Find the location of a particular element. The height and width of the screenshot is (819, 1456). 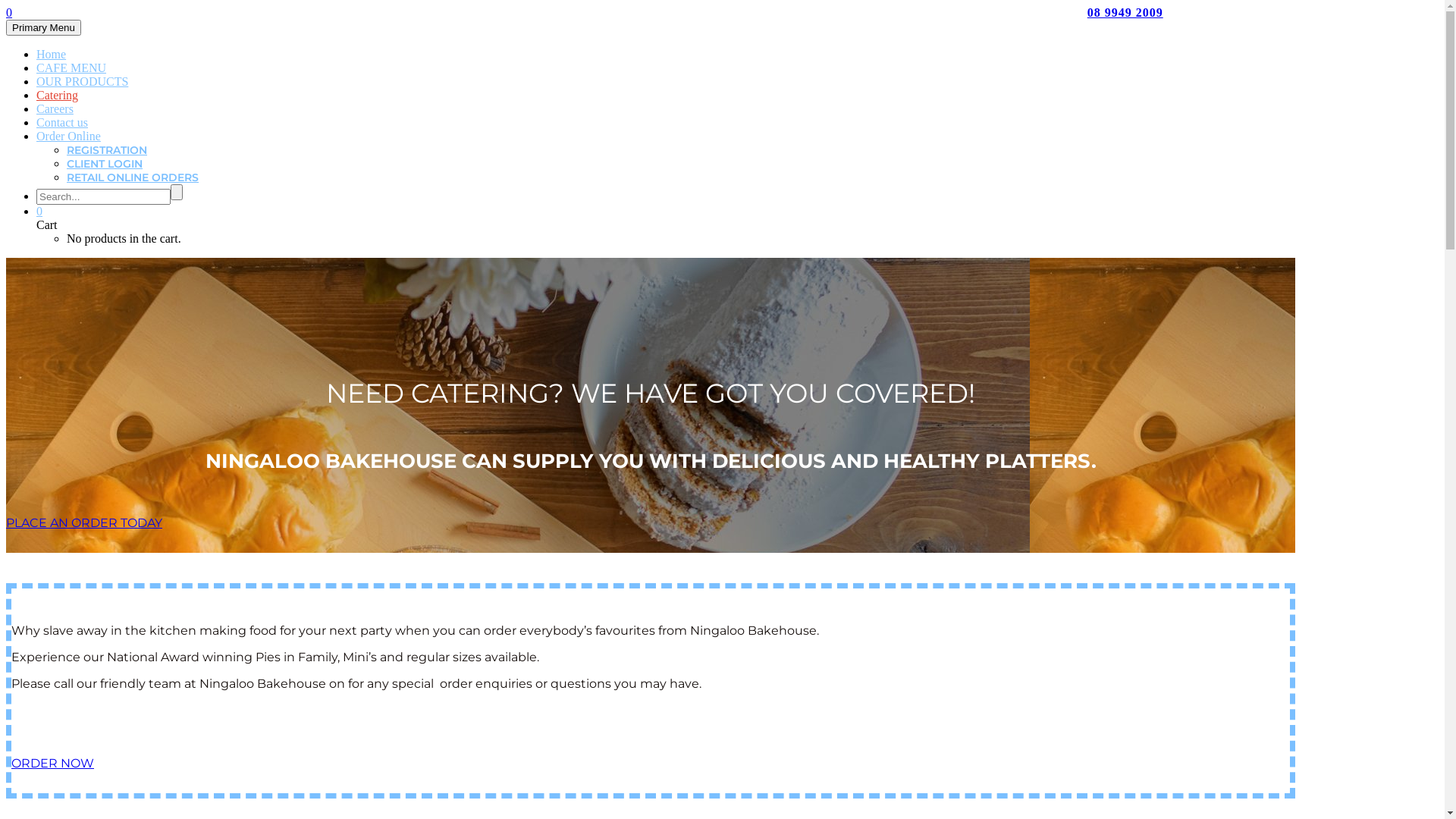

'0' is located at coordinates (9, 12).